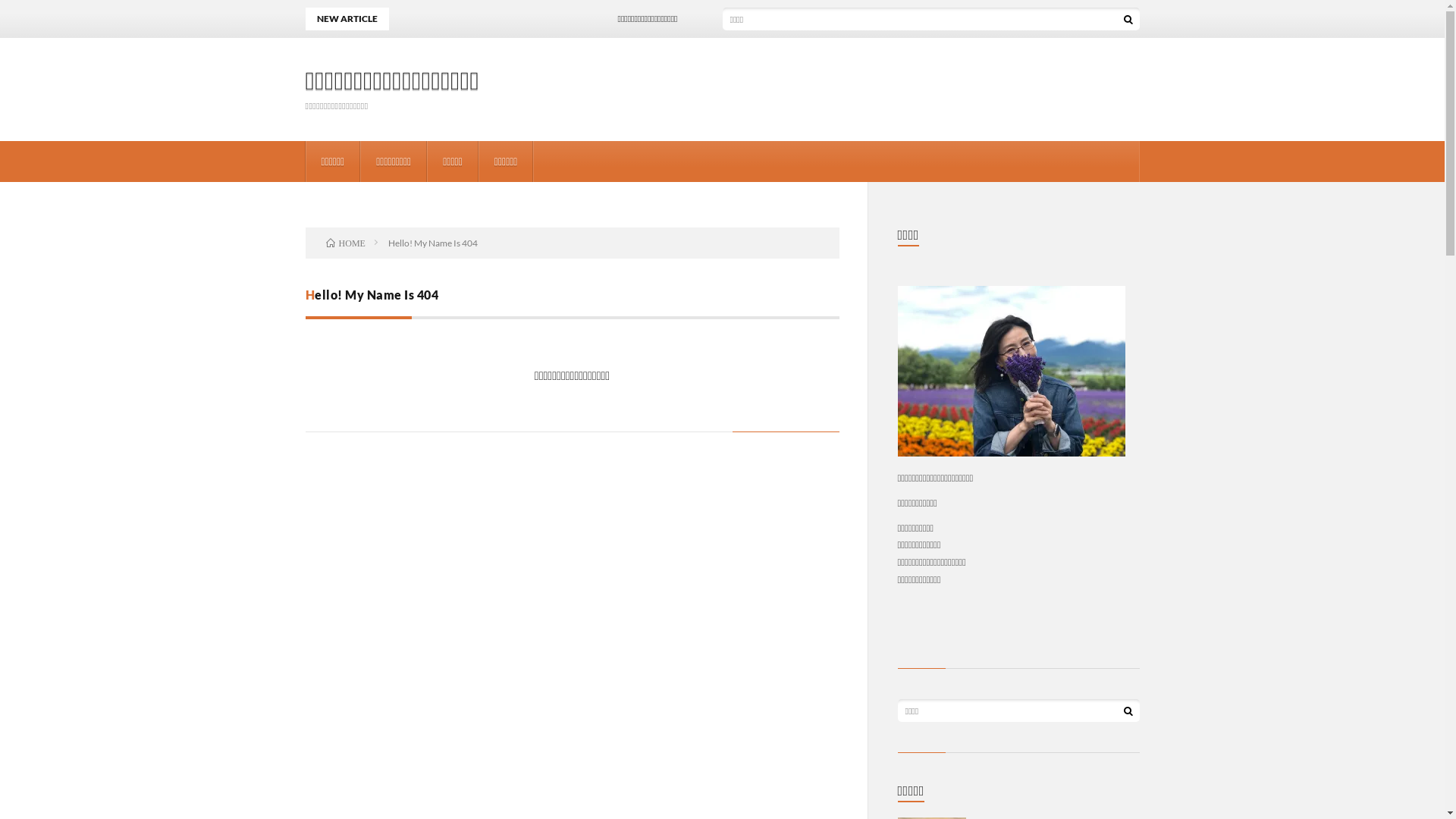  Describe the element at coordinates (1128, 18) in the screenshot. I see `'search'` at that location.